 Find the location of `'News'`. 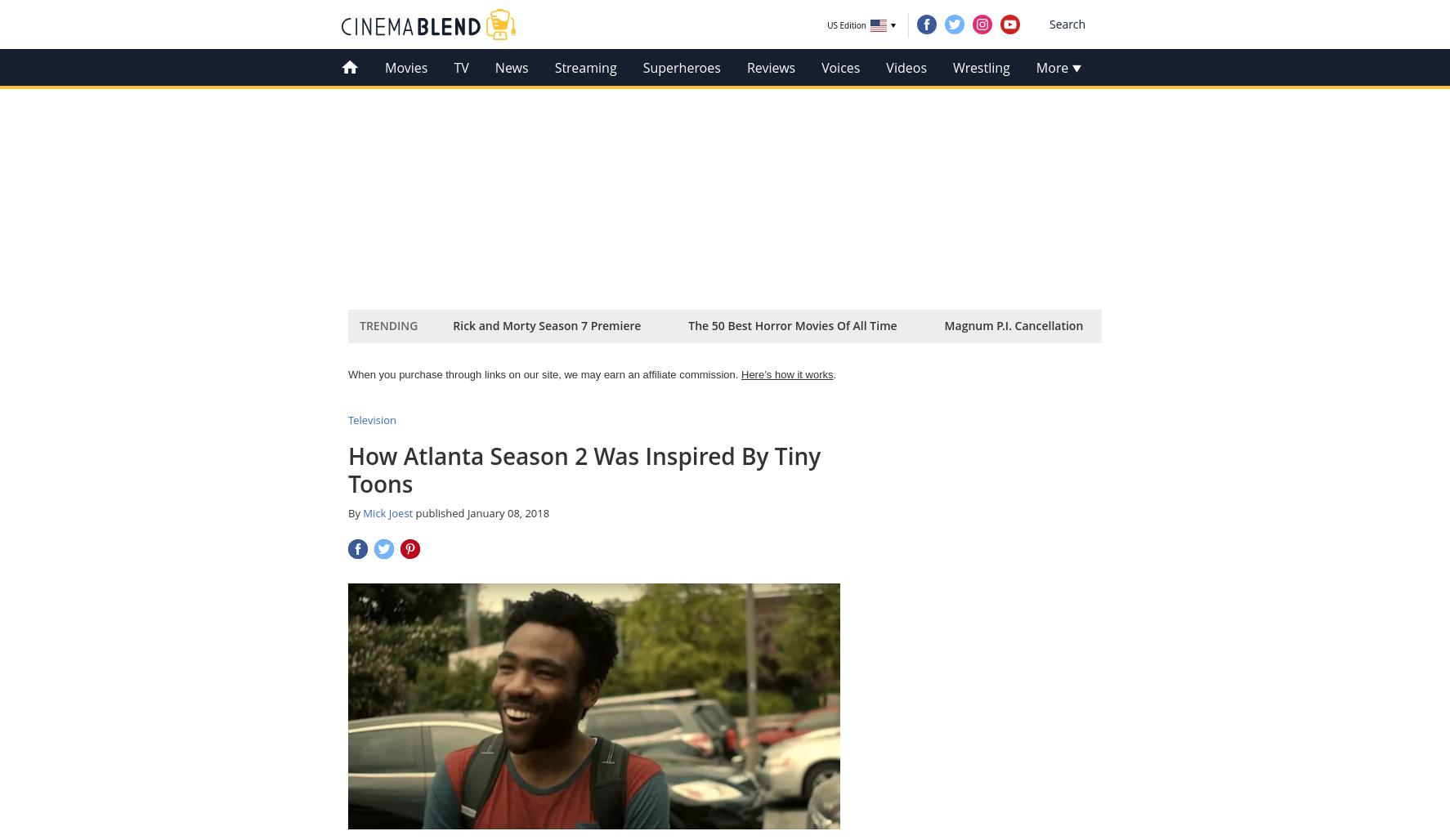

'News' is located at coordinates (511, 66).